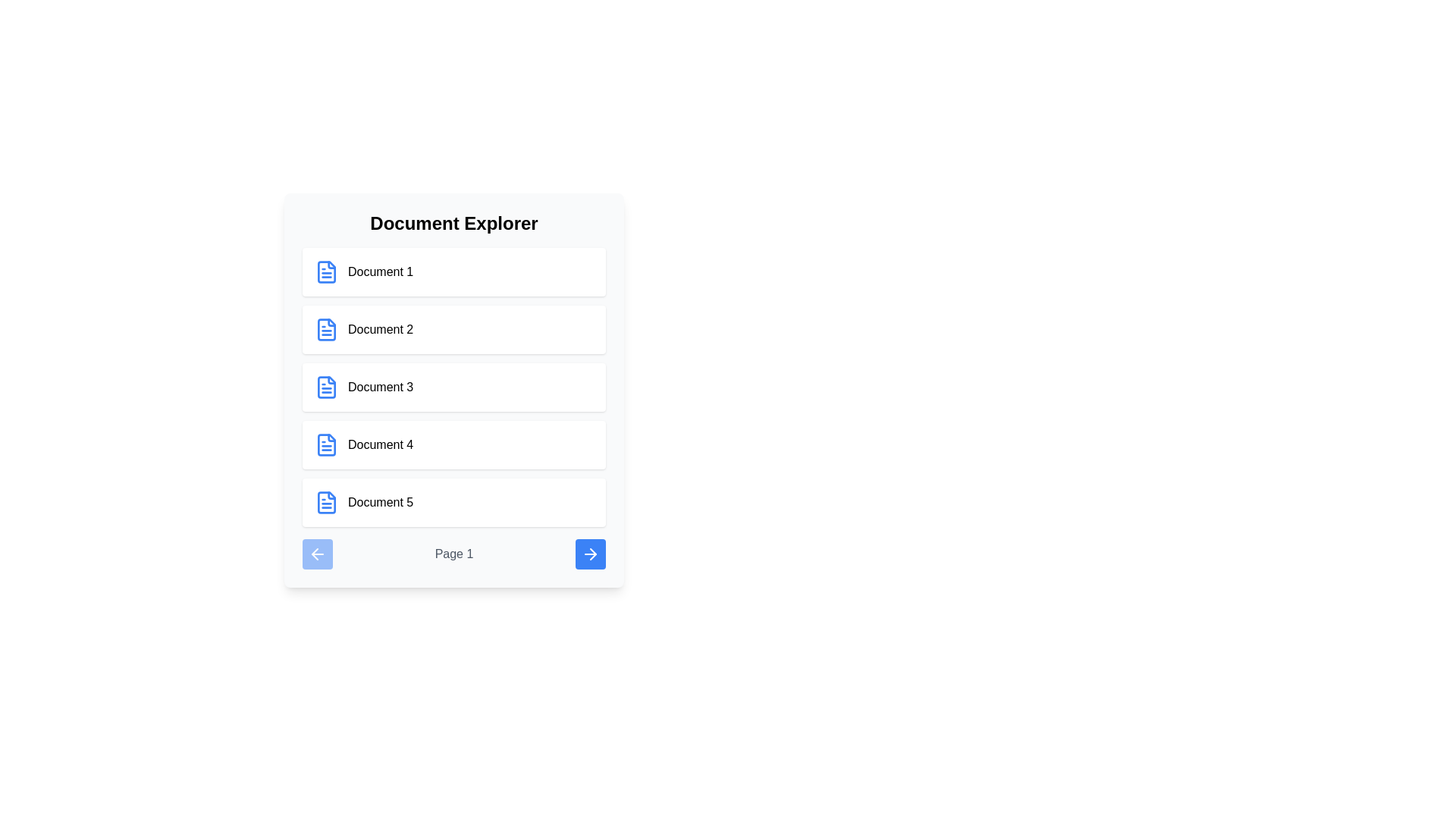 The width and height of the screenshot is (1456, 819). What do you see at coordinates (589, 554) in the screenshot?
I see `the navigation button located in the bottom-right corner of the interface` at bounding box center [589, 554].